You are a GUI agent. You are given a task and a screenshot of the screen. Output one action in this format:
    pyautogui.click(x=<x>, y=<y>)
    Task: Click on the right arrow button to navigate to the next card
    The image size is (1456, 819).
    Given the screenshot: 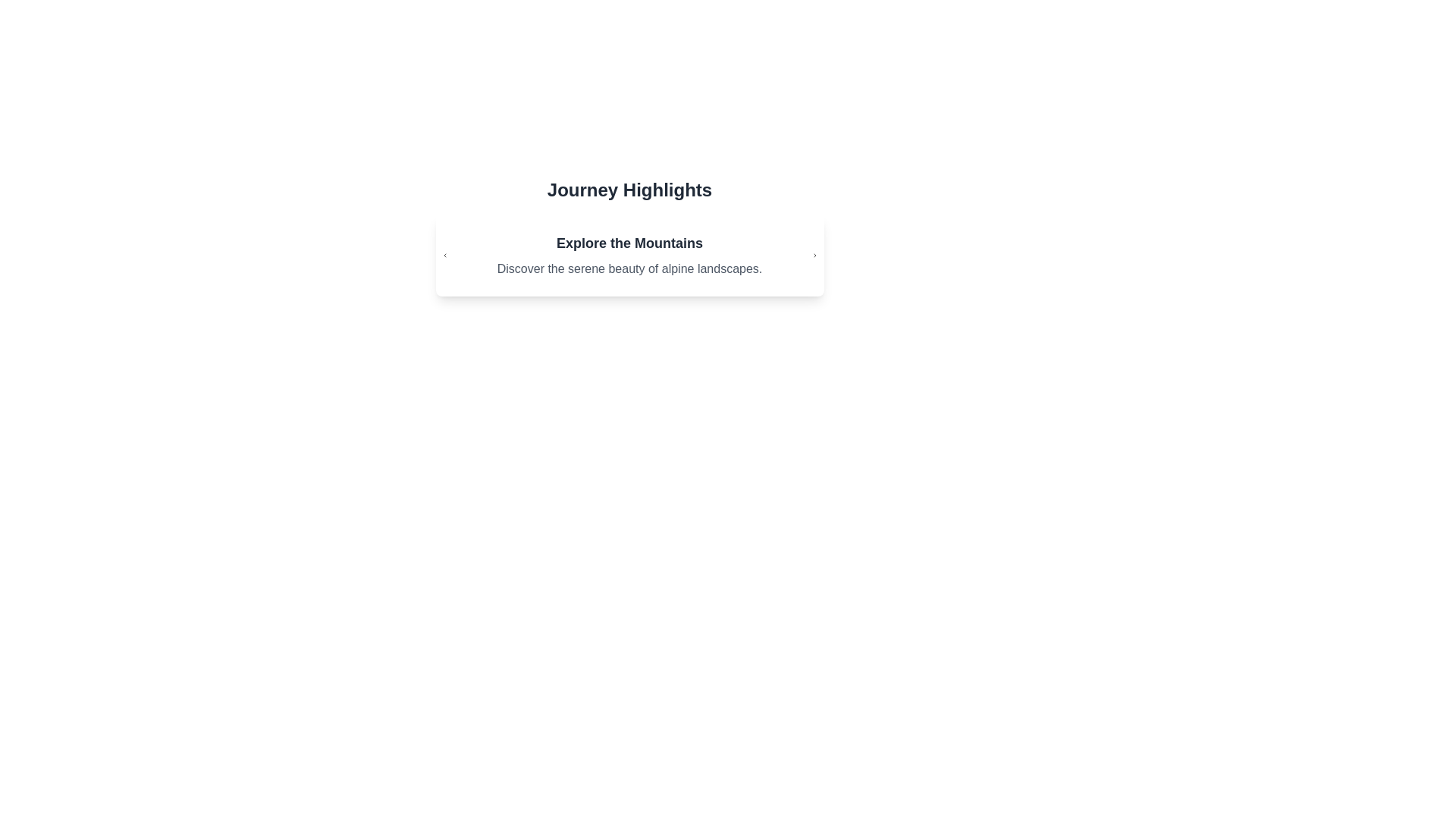 What is the action you would take?
    pyautogui.click(x=814, y=254)
    